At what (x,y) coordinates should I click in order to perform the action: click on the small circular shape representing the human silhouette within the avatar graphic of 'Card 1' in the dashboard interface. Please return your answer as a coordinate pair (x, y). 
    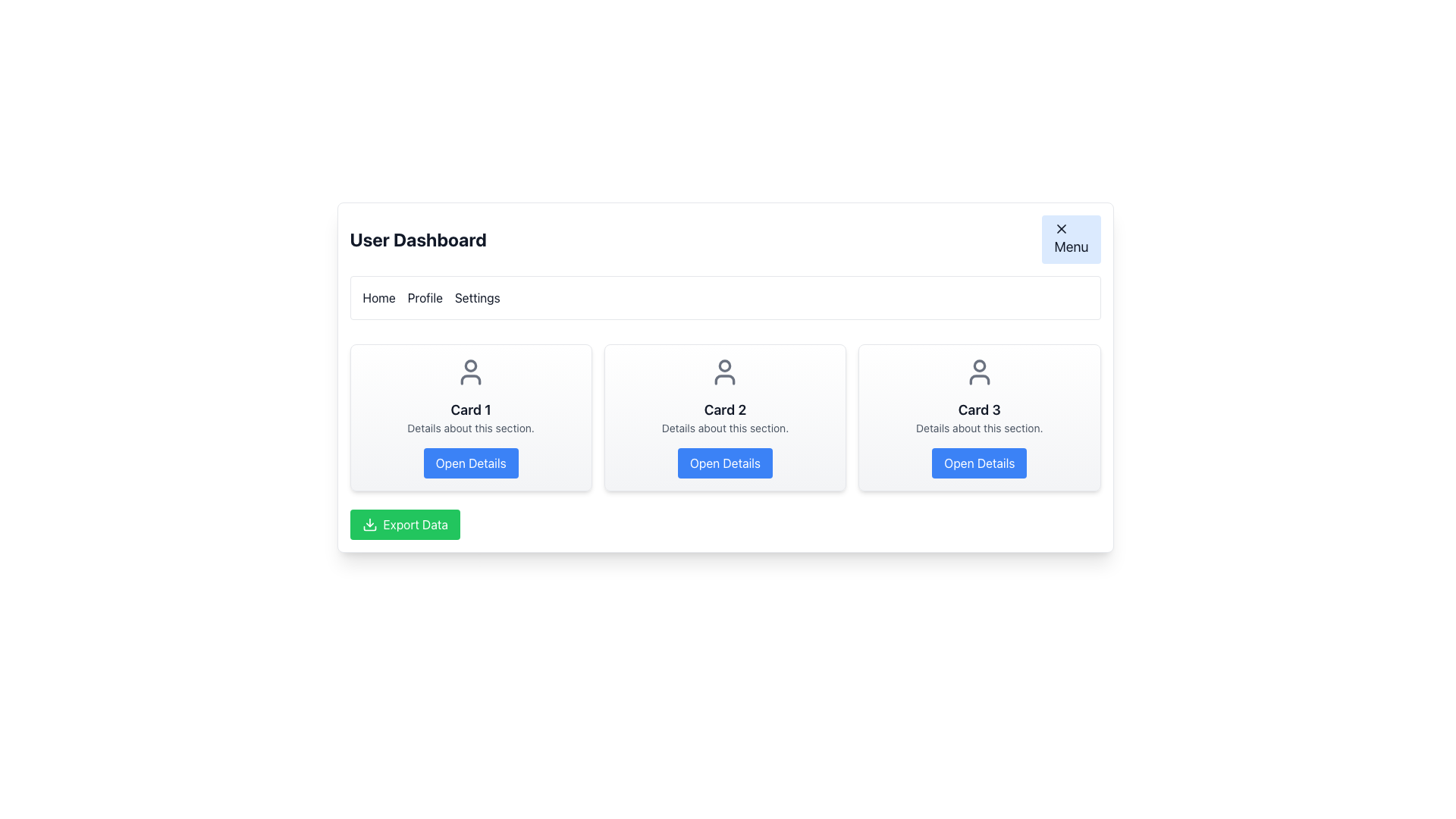
    Looking at the image, I should click on (470, 366).